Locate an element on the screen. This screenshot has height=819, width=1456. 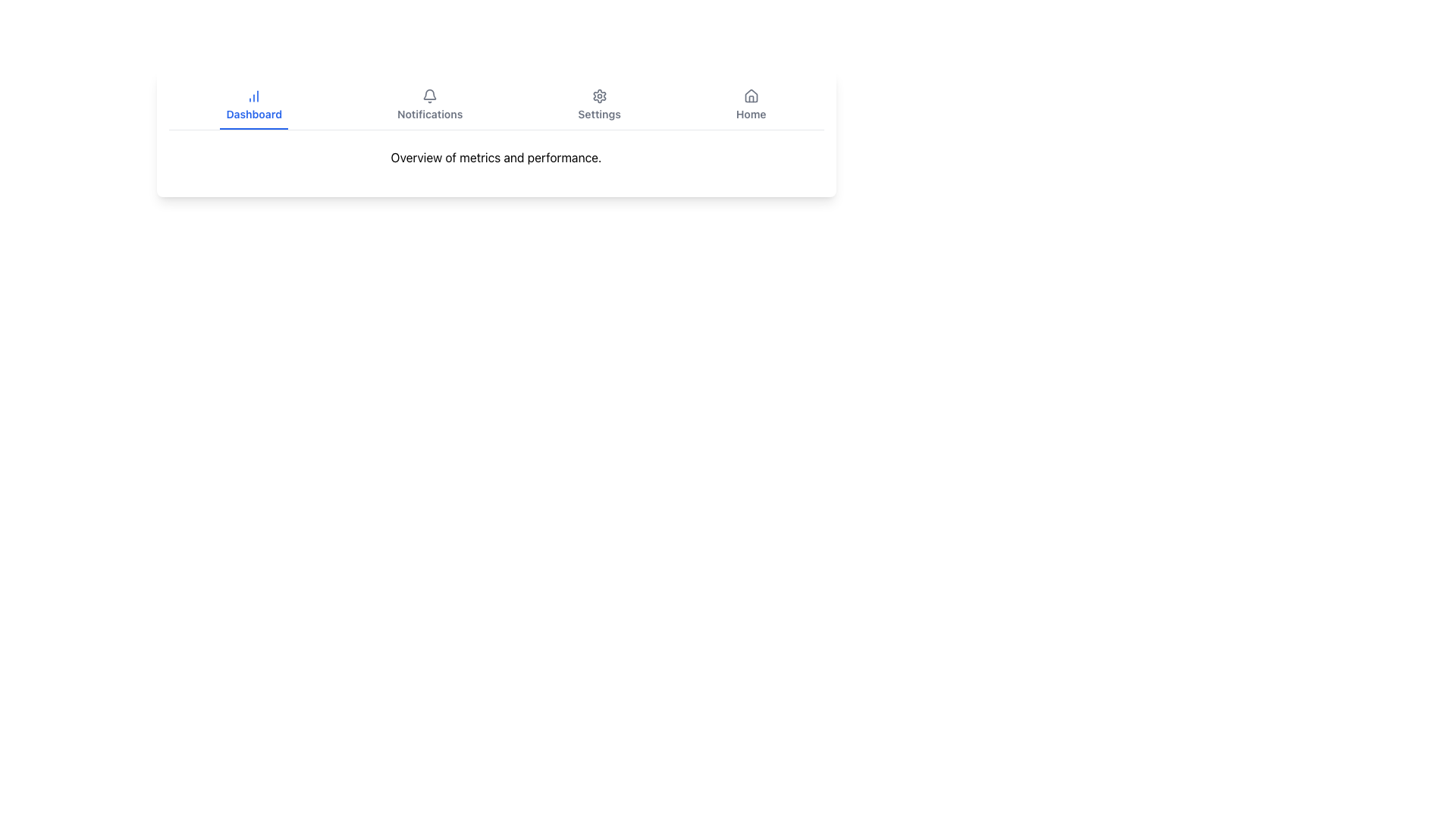
the column chart icon located in the top-center navigation bar above the text 'Dashboard' is located at coordinates (254, 96).